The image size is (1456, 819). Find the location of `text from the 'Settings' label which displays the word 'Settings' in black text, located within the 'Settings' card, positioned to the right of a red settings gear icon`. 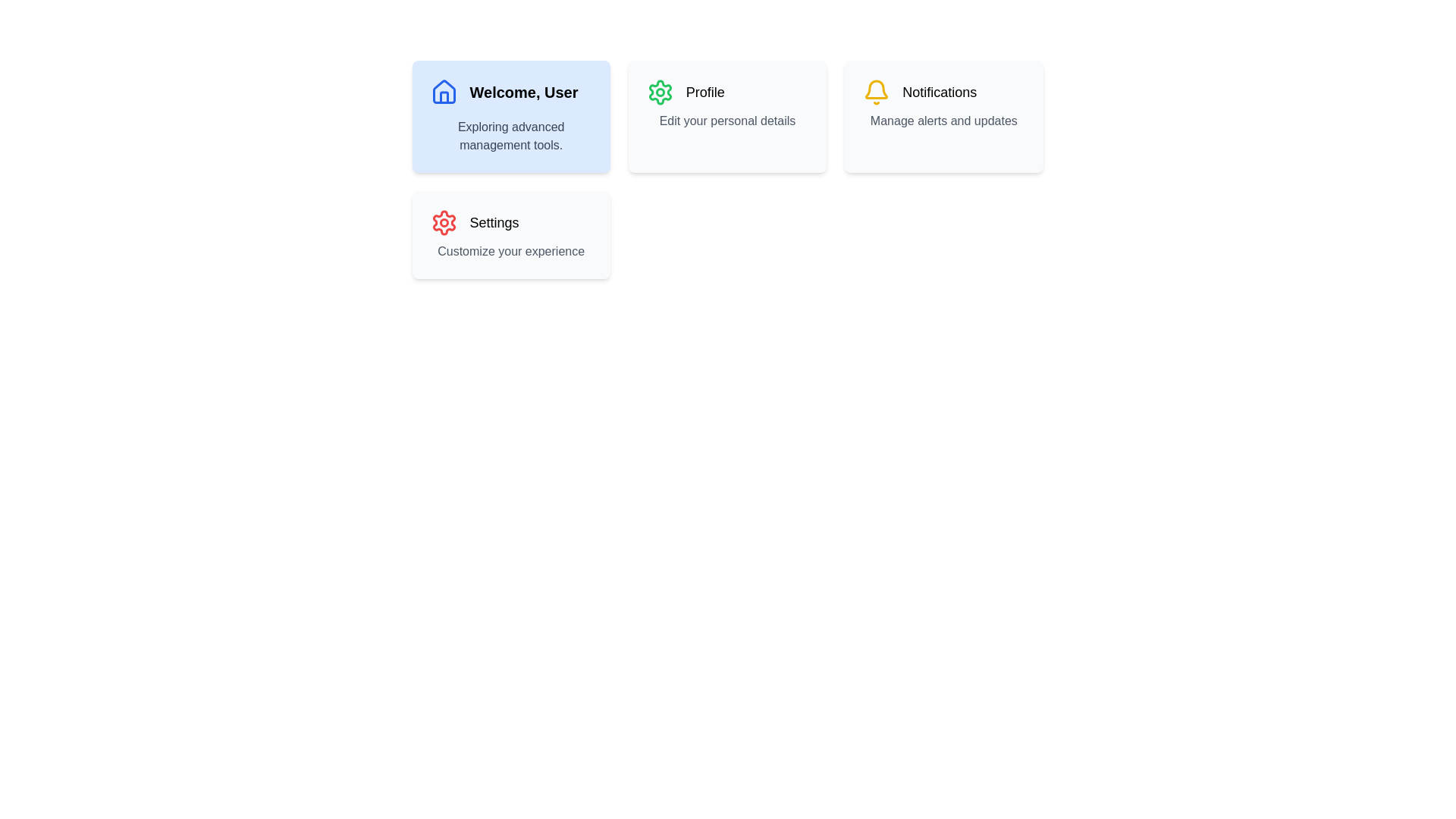

text from the 'Settings' label which displays the word 'Settings' in black text, located within the 'Settings' card, positioned to the right of a red settings gear icon is located at coordinates (494, 222).